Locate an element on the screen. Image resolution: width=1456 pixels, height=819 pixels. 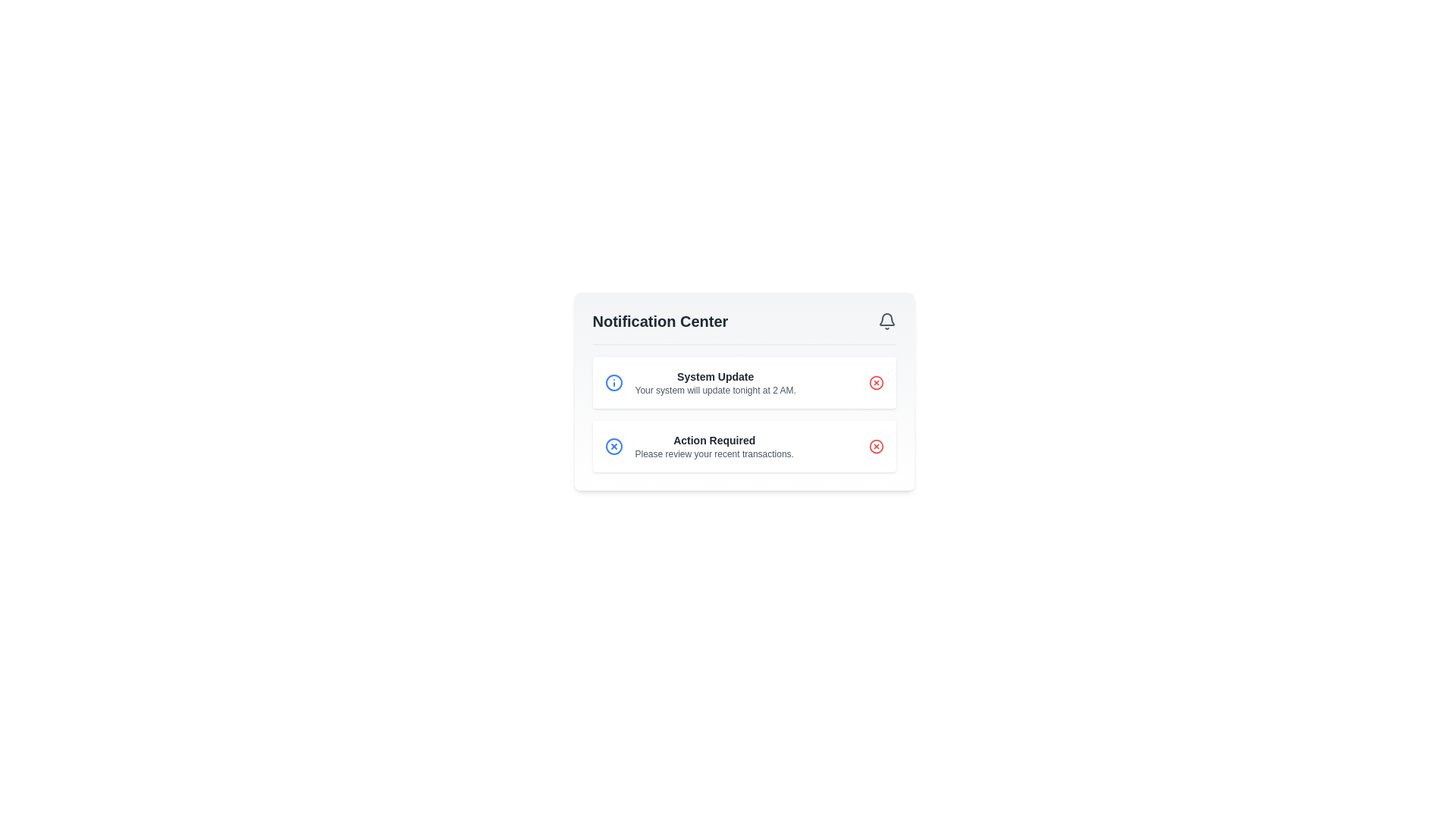
on the notification indicator icon located at the top-right corner of the interface, adjacent is located at coordinates (886, 318).